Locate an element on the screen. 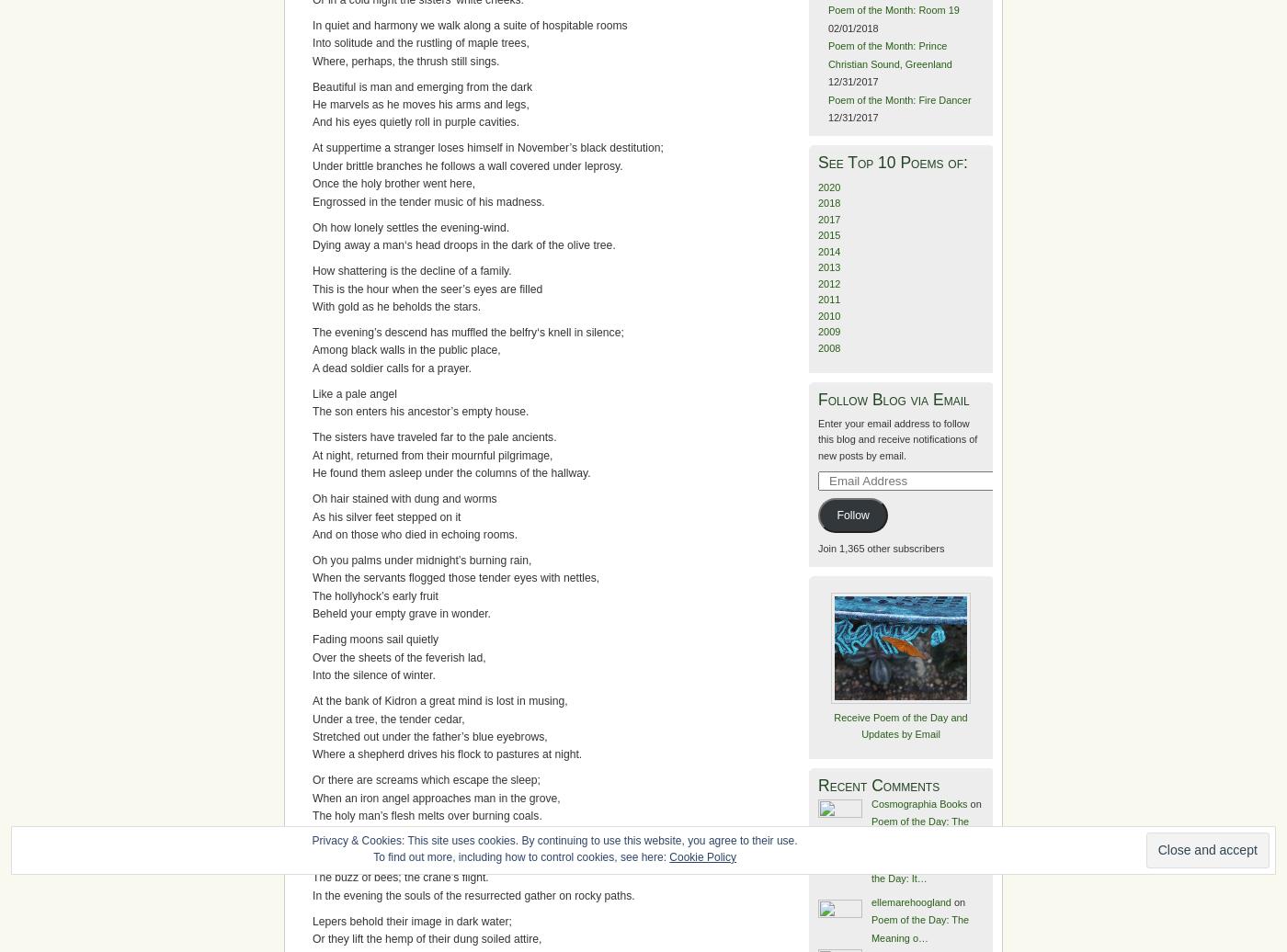 This screenshot has width=1287, height=952. '2014' is located at coordinates (828, 250).